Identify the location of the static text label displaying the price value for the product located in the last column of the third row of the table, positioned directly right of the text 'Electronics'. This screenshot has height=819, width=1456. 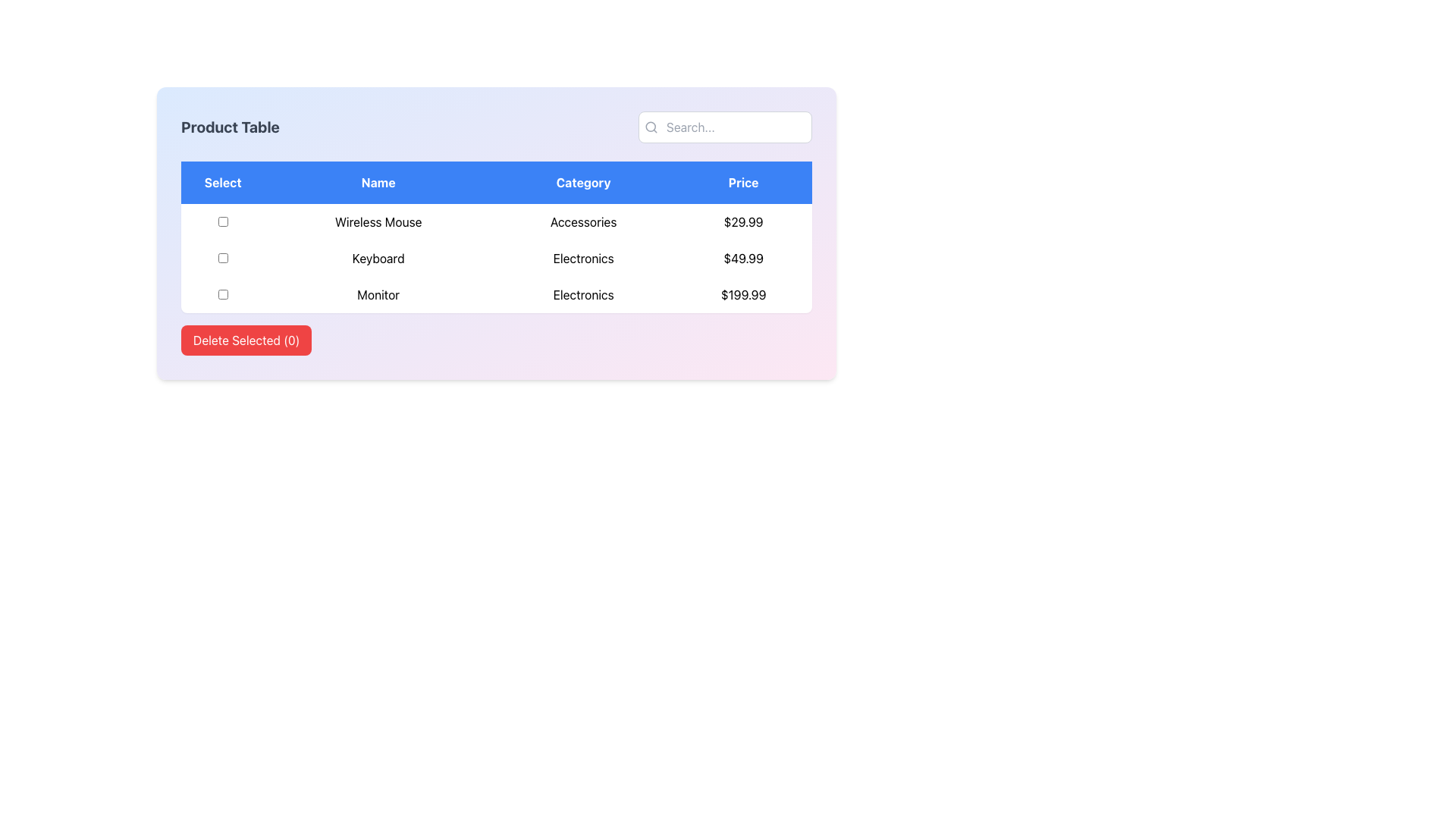
(743, 295).